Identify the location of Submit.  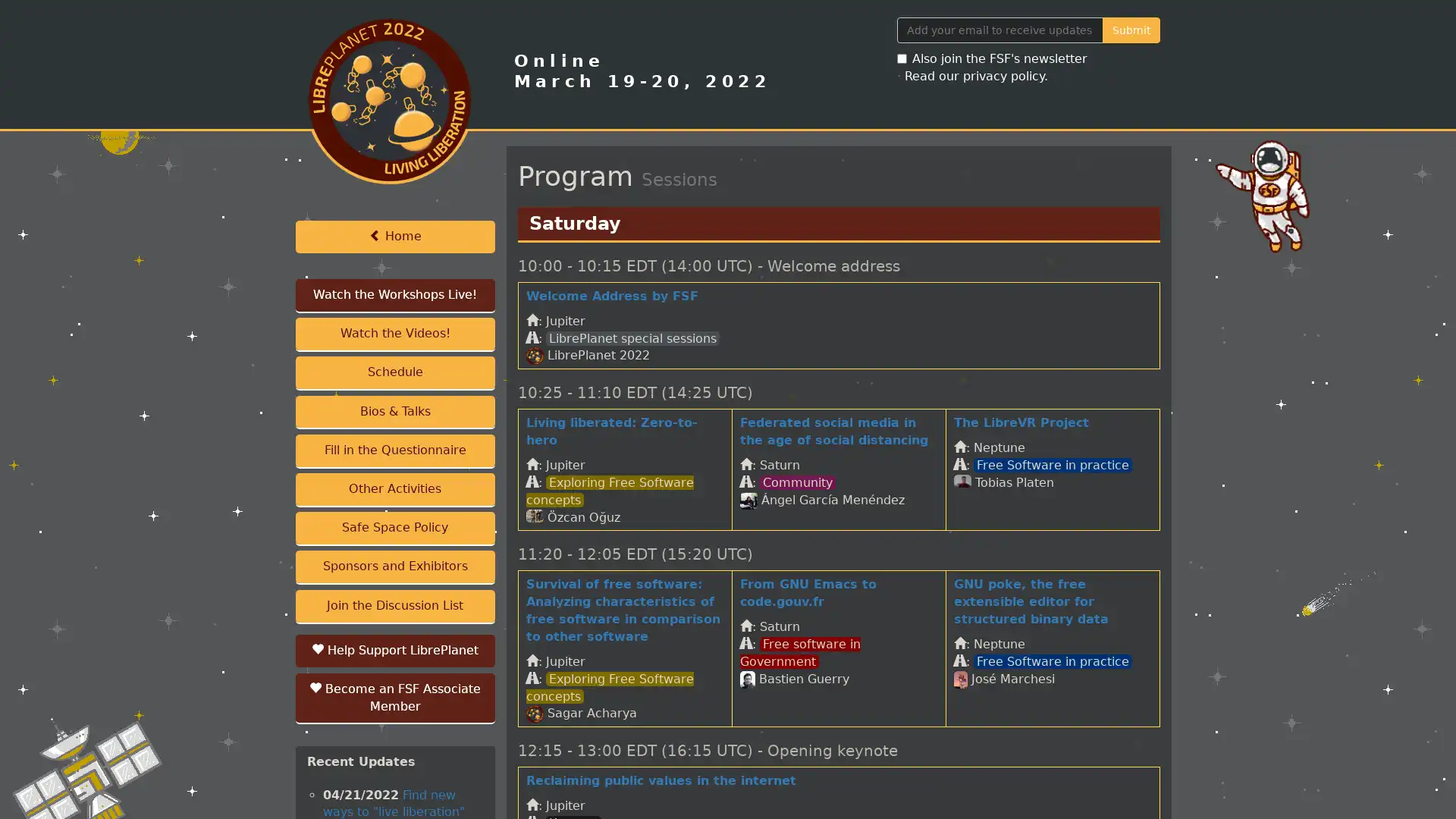
(1131, 29).